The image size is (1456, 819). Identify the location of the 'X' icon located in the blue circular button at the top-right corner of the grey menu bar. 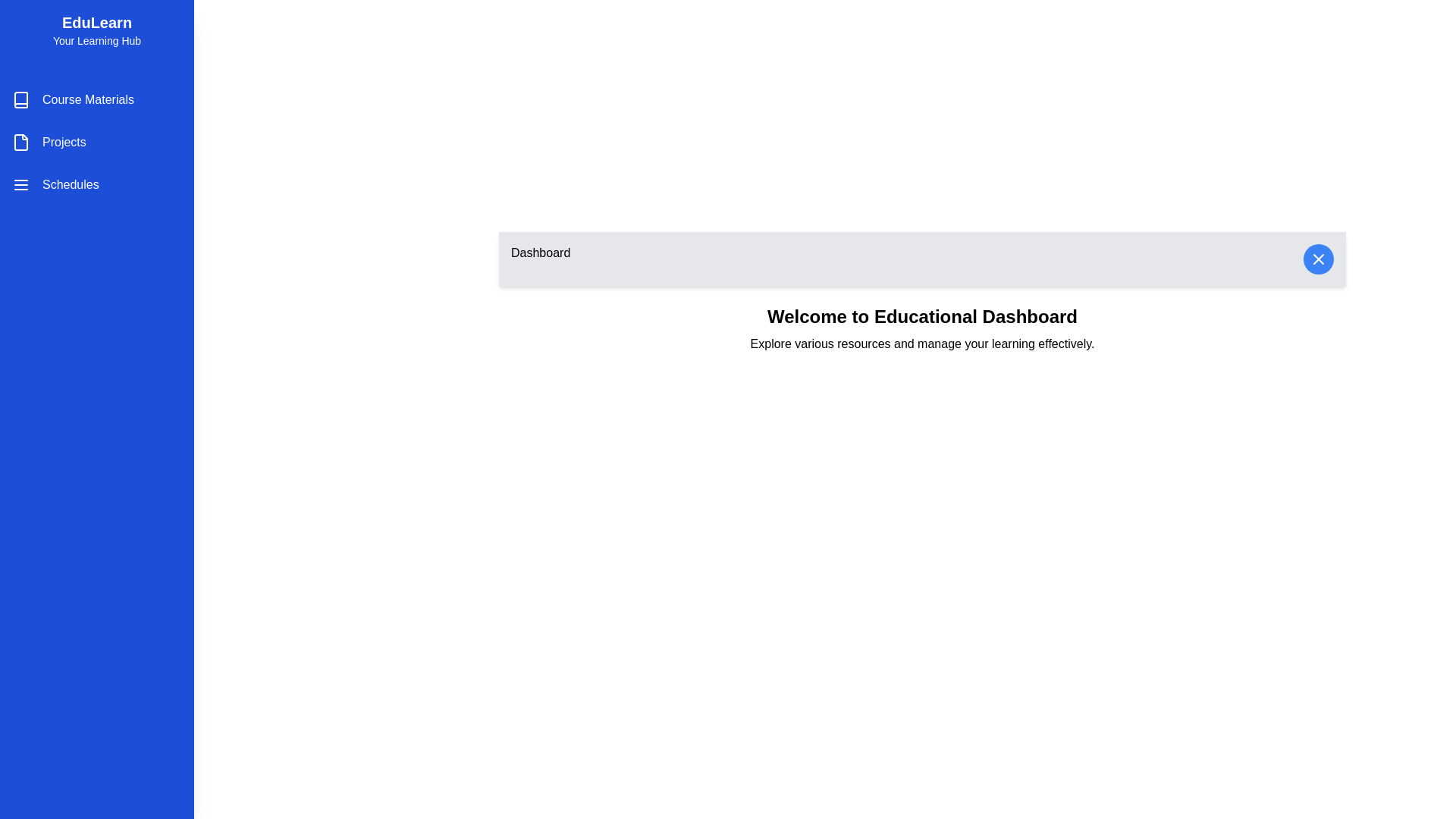
(1317, 259).